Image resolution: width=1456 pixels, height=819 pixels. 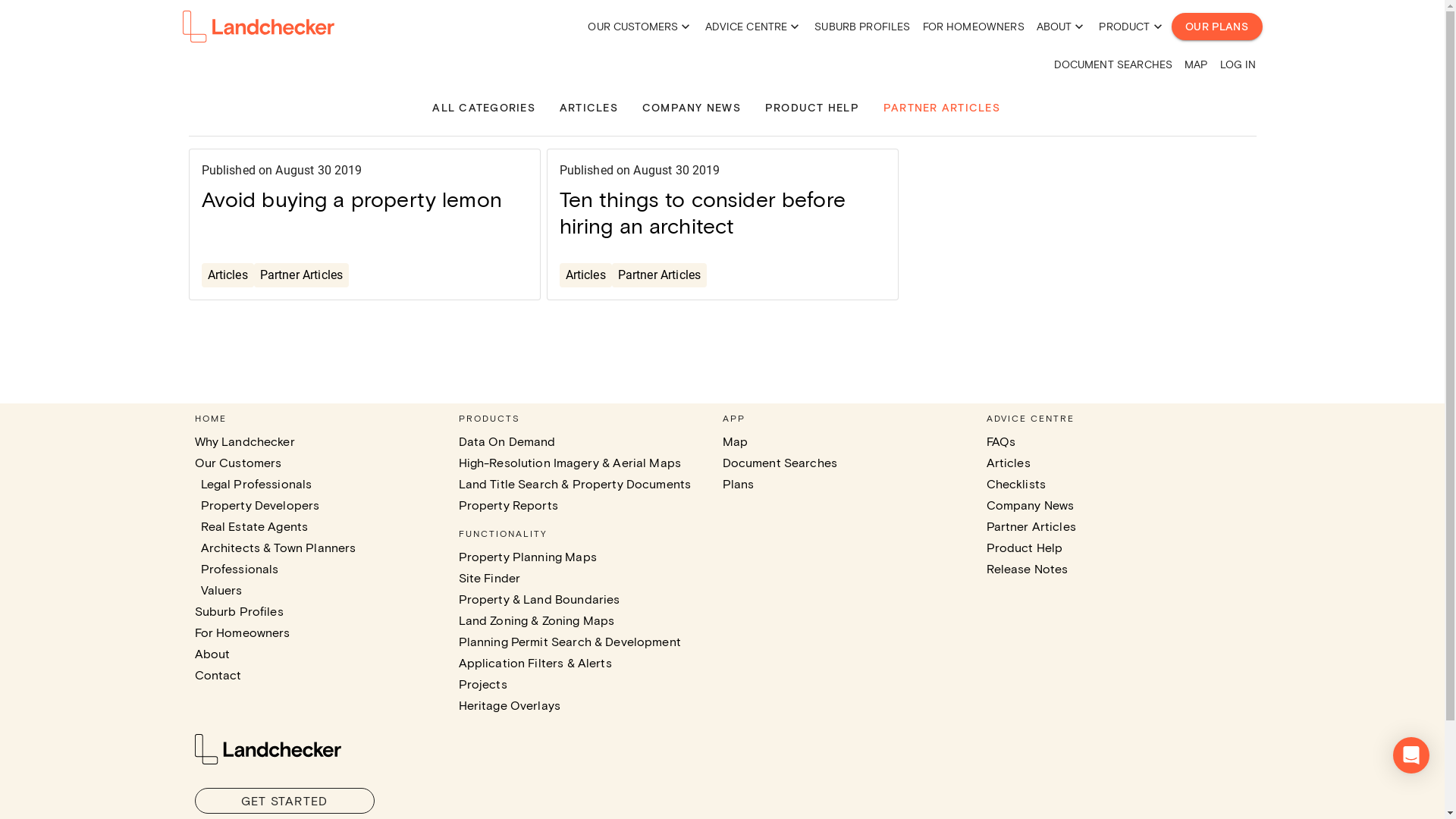 I want to click on 'SUBURB PROFILES', so click(x=862, y=26).